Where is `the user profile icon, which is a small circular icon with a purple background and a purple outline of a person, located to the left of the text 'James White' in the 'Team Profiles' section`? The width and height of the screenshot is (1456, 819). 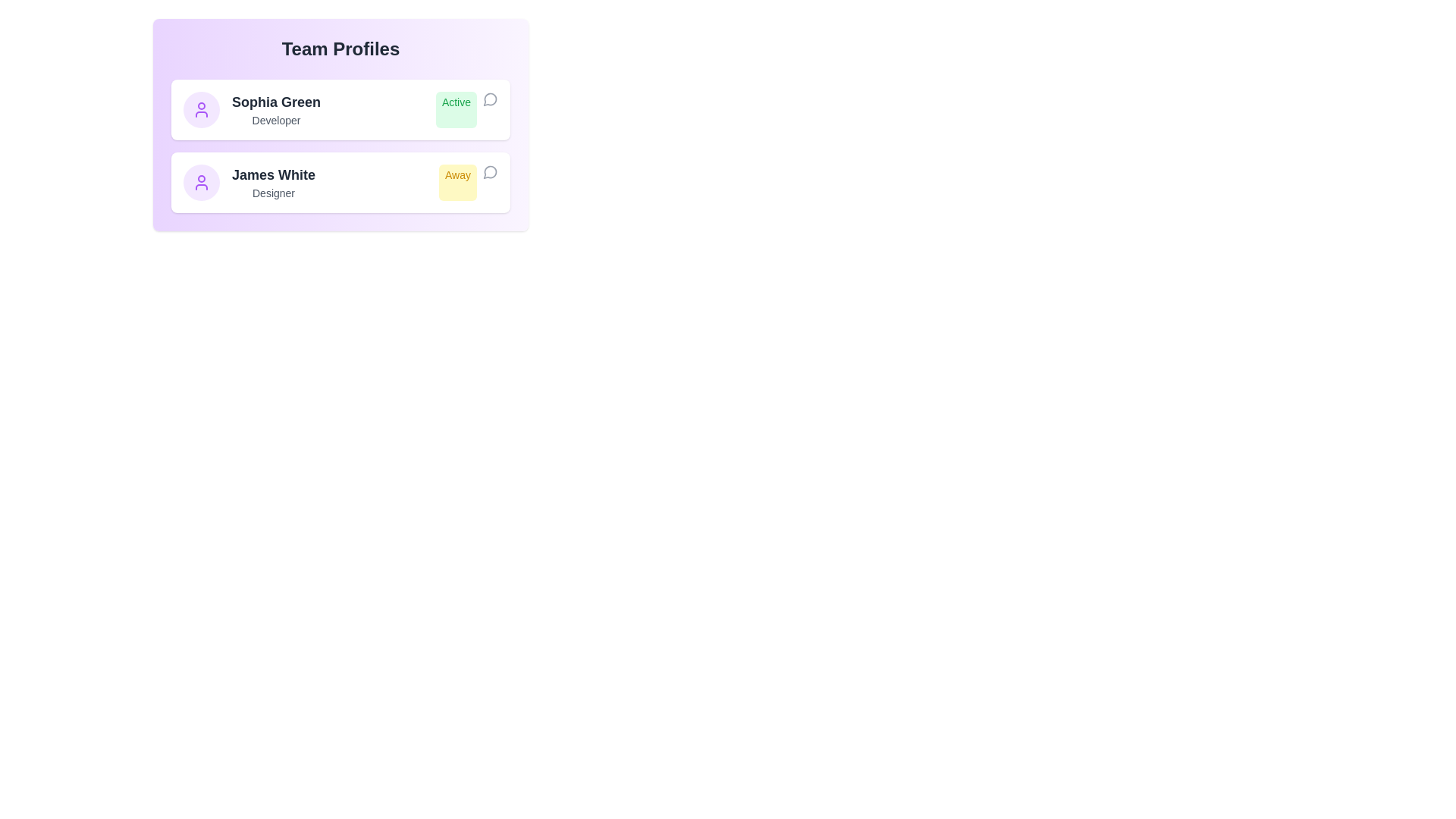
the user profile icon, which is a small circular icon with a purple background and a purple outline of a person, located to the left of the text 'James White' in the 'Team Profiles' section is located at coordinates (200, 181).